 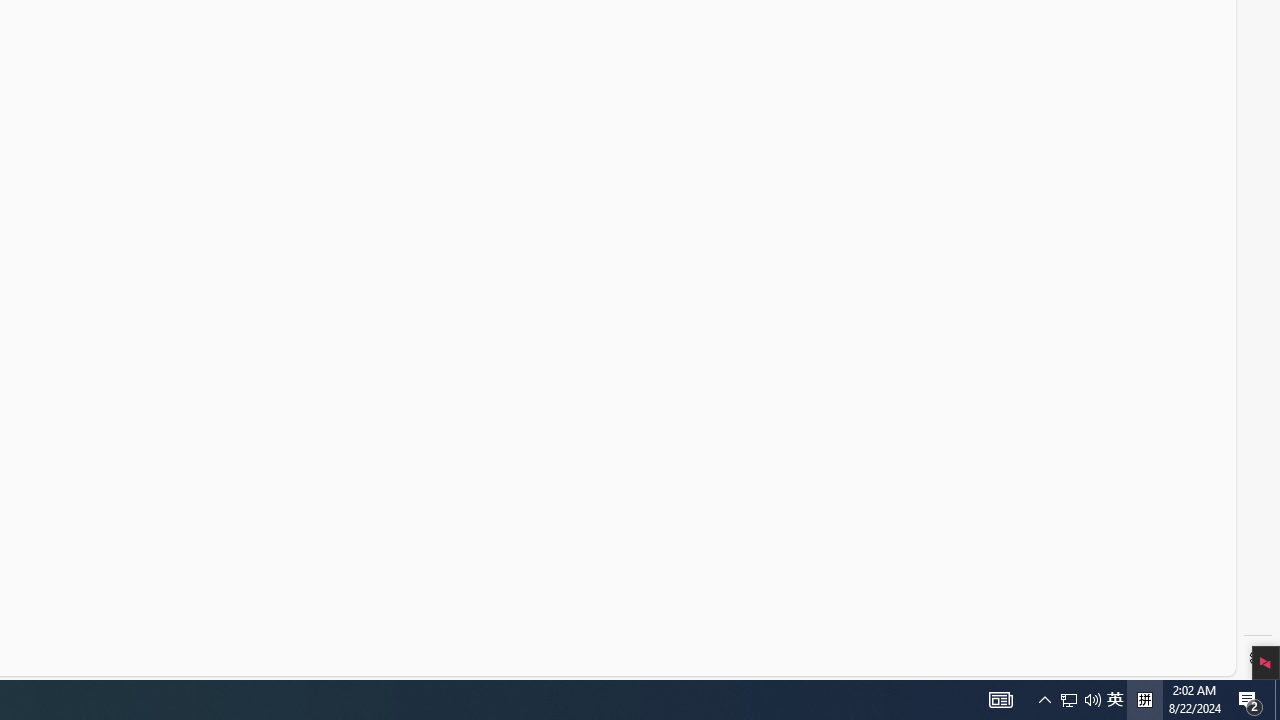 I want to click on 'Tray Input Indicator - Chinese (Simplified, China)', so click(x=1114, y=698).